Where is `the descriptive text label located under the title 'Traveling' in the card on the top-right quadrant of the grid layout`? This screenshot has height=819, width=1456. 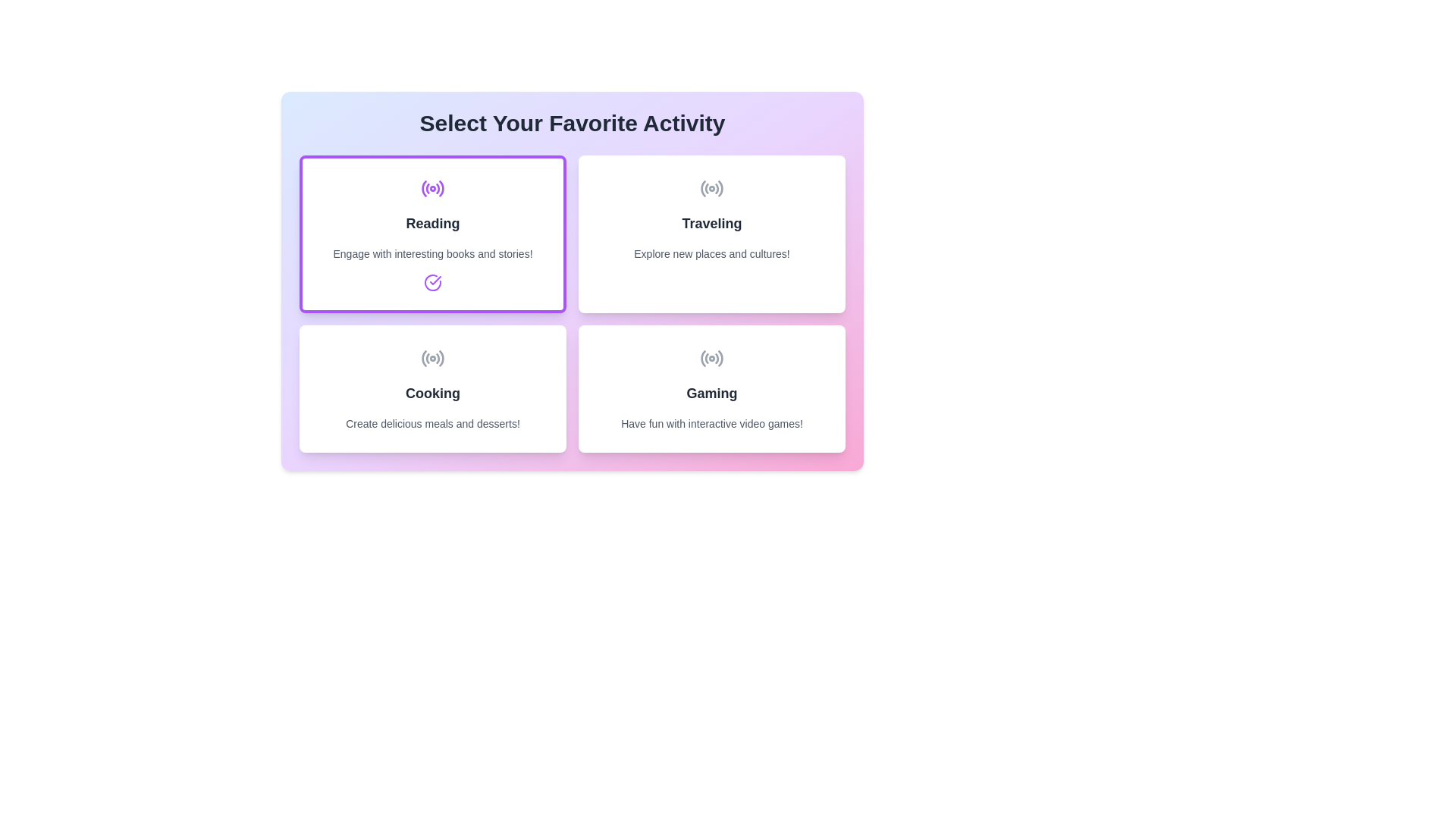
the descriptive text label located under the title 'Traveling' in the card on the top-right quadrant of the grid layout is located at coordinates (711, 253).